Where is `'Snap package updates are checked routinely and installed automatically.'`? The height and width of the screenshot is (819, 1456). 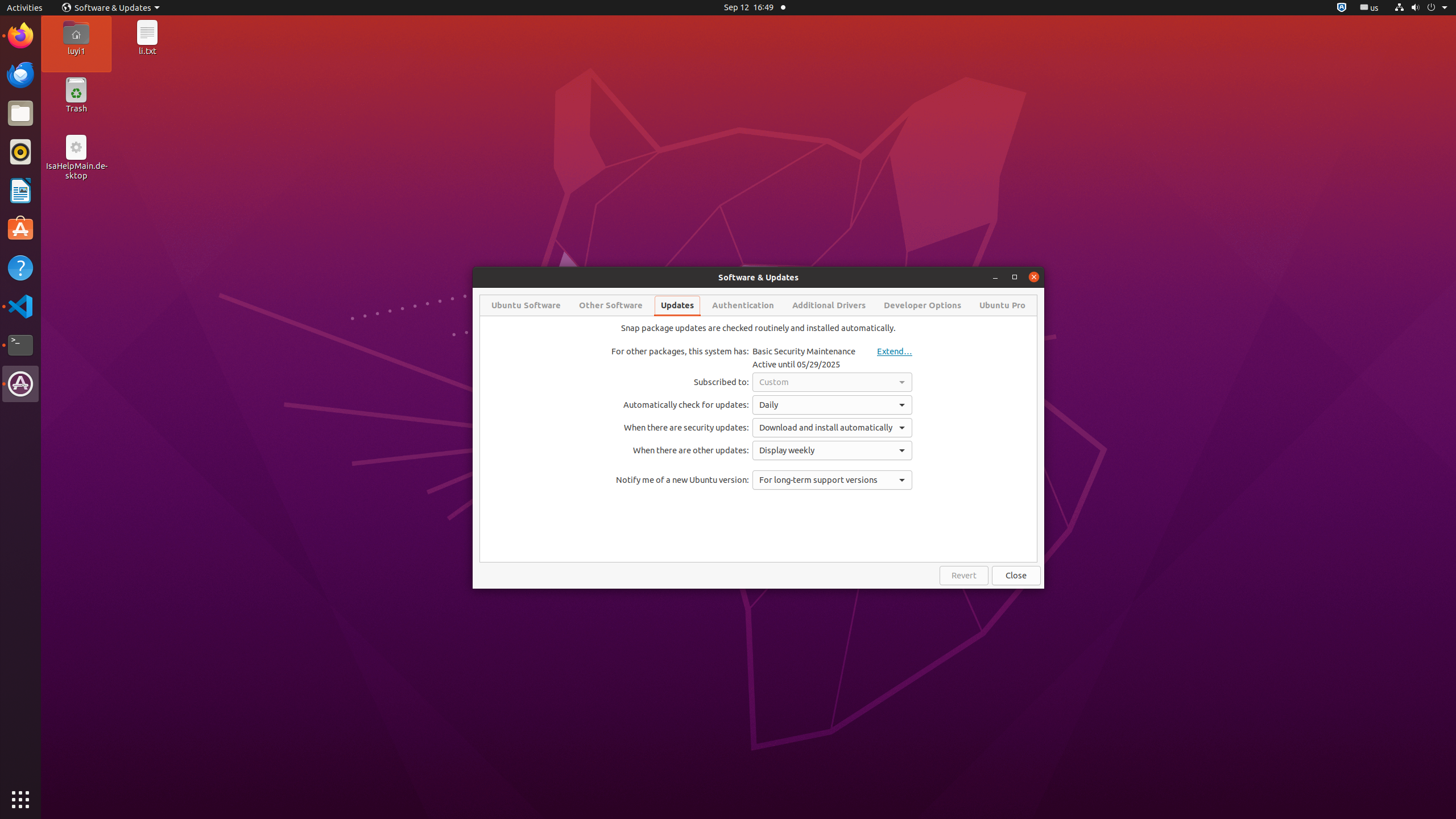 'Snap package updates are checked routinely and installed automatically.' is located at coordinates (758, 327).